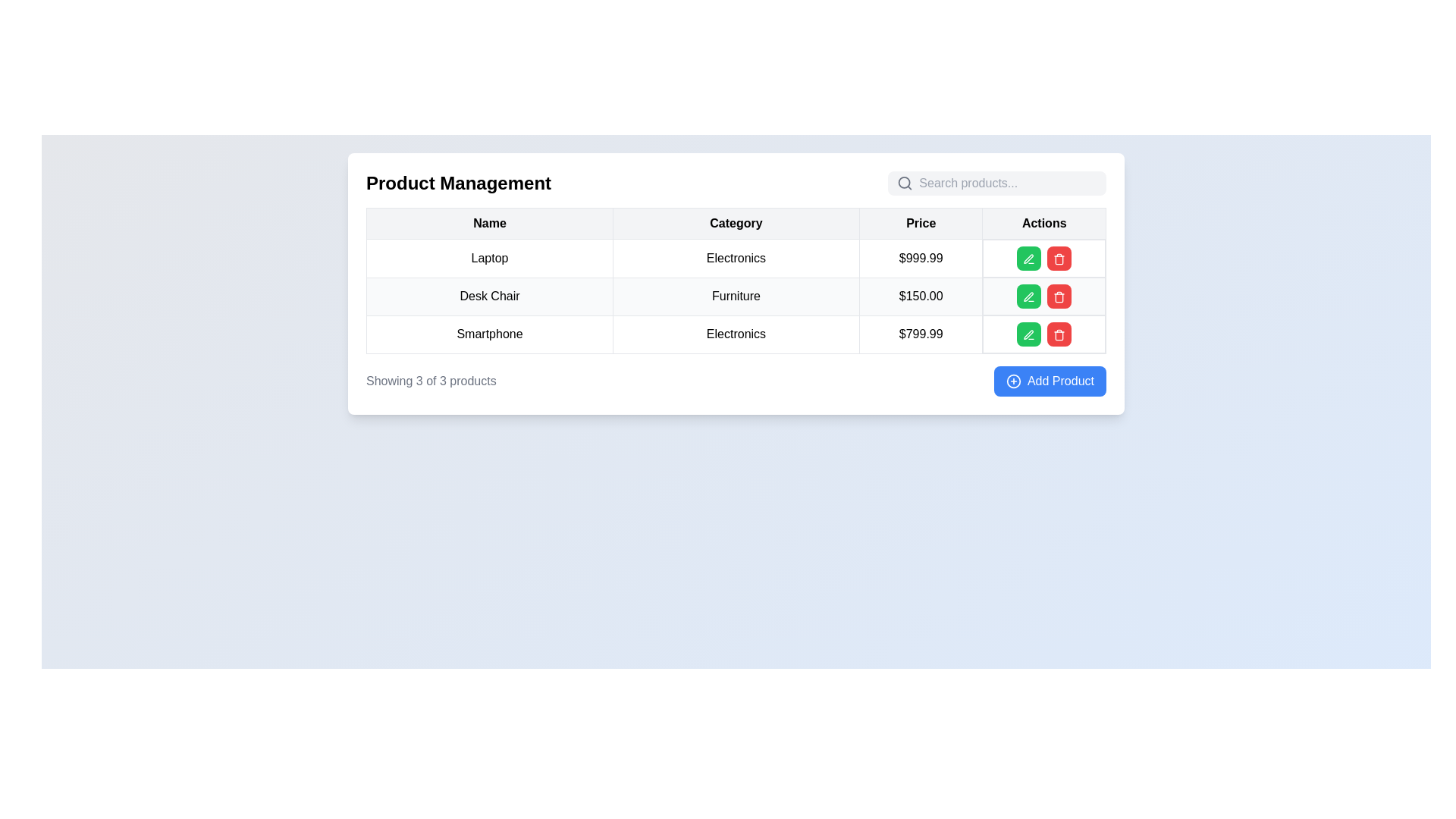  I want to click on the text label displaying 'Smartphone' which is the first column element in the third row under the 'Name' header of the table, so click(490, 334).